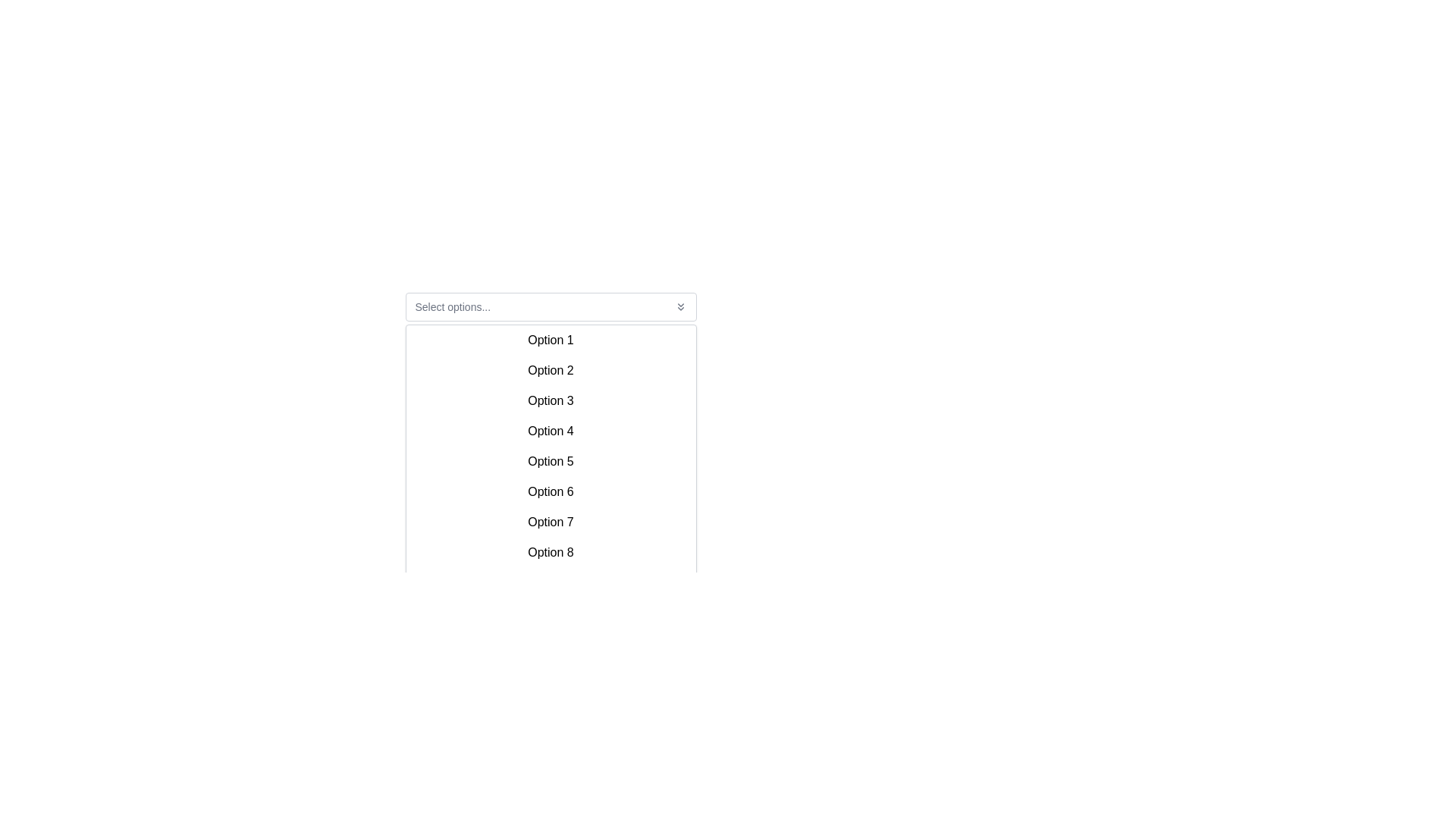 The width and height of the screenshot is (1456, 819). What do you see at coordinates (550, 400) in the screenshot?
I see `the third visible item labeled 'Option 3' in the dropdown menu` at bounding box center [550, 400].